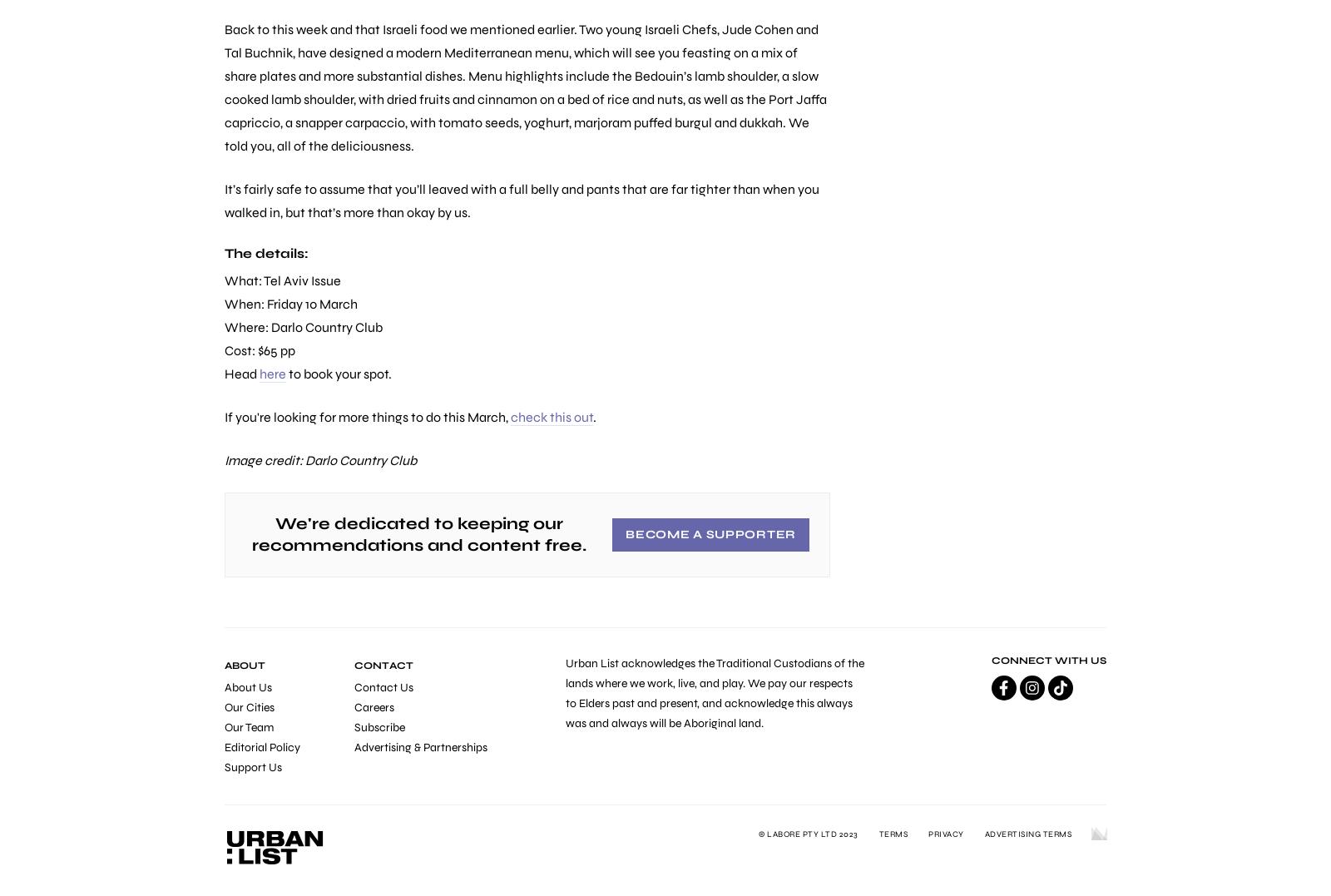 This screenshot has height=896, width=1331. What do you see at coordinates (266, 252) in the screenshot?
I see `'The details:'` at bounding box center [266, 252].